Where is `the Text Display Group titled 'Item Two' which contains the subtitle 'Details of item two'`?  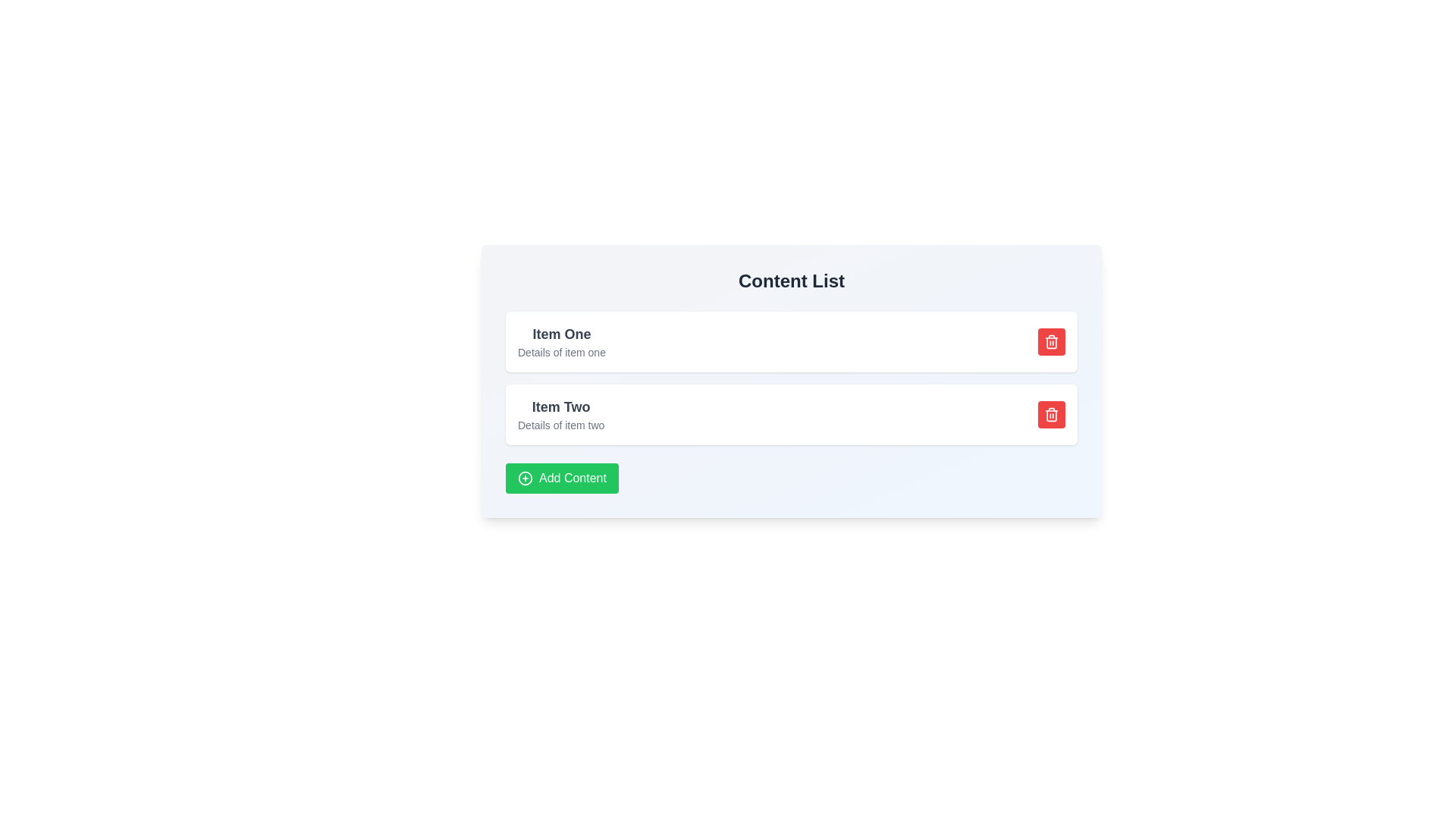
the Text Display Group titled 'Item Two' which contains the subtitle 'Details of item two' is located at coordinates (560, 415).